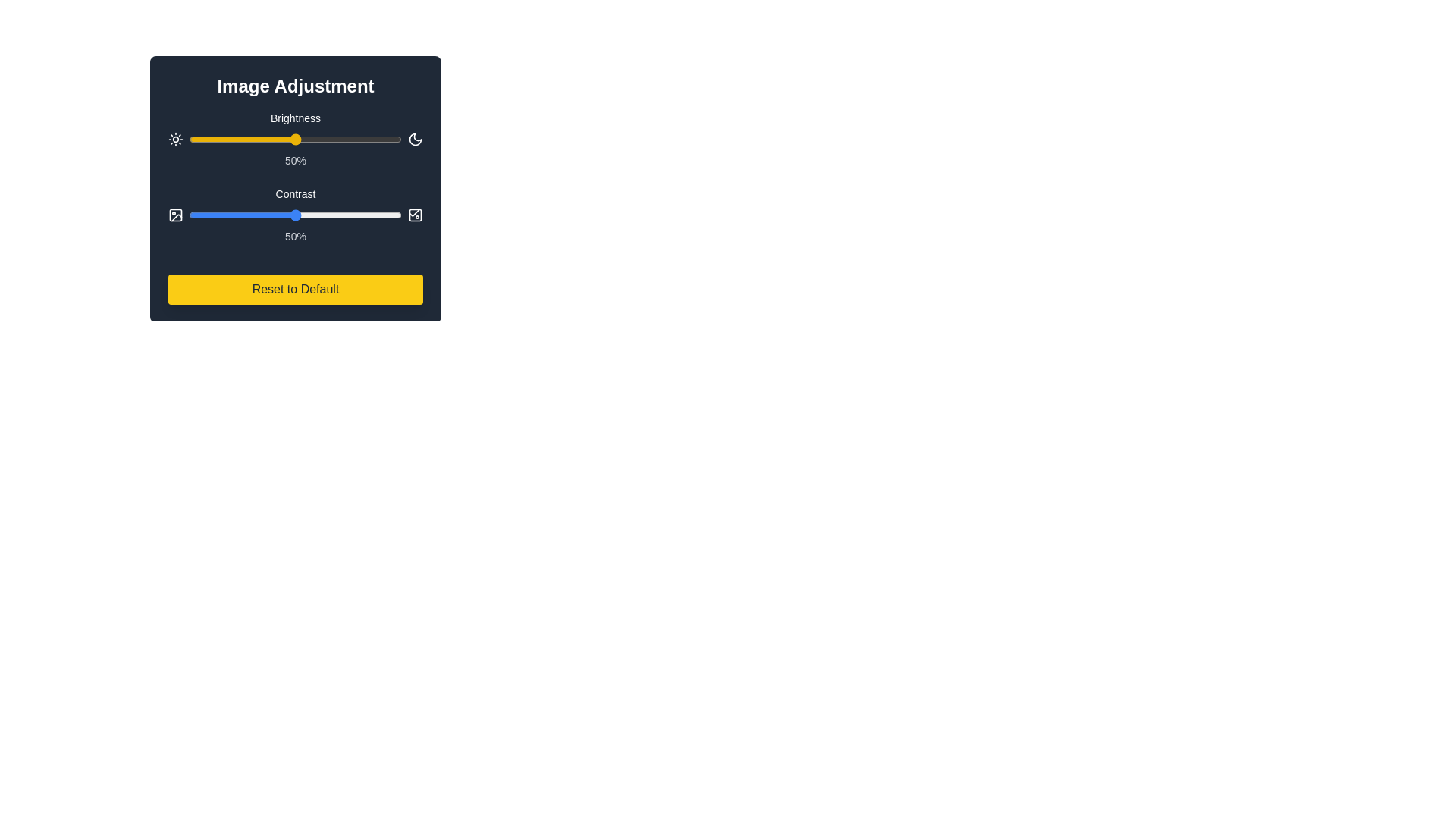 This screenshot has width=1456, height=819. I want to click on brightness, so click(370, 140).